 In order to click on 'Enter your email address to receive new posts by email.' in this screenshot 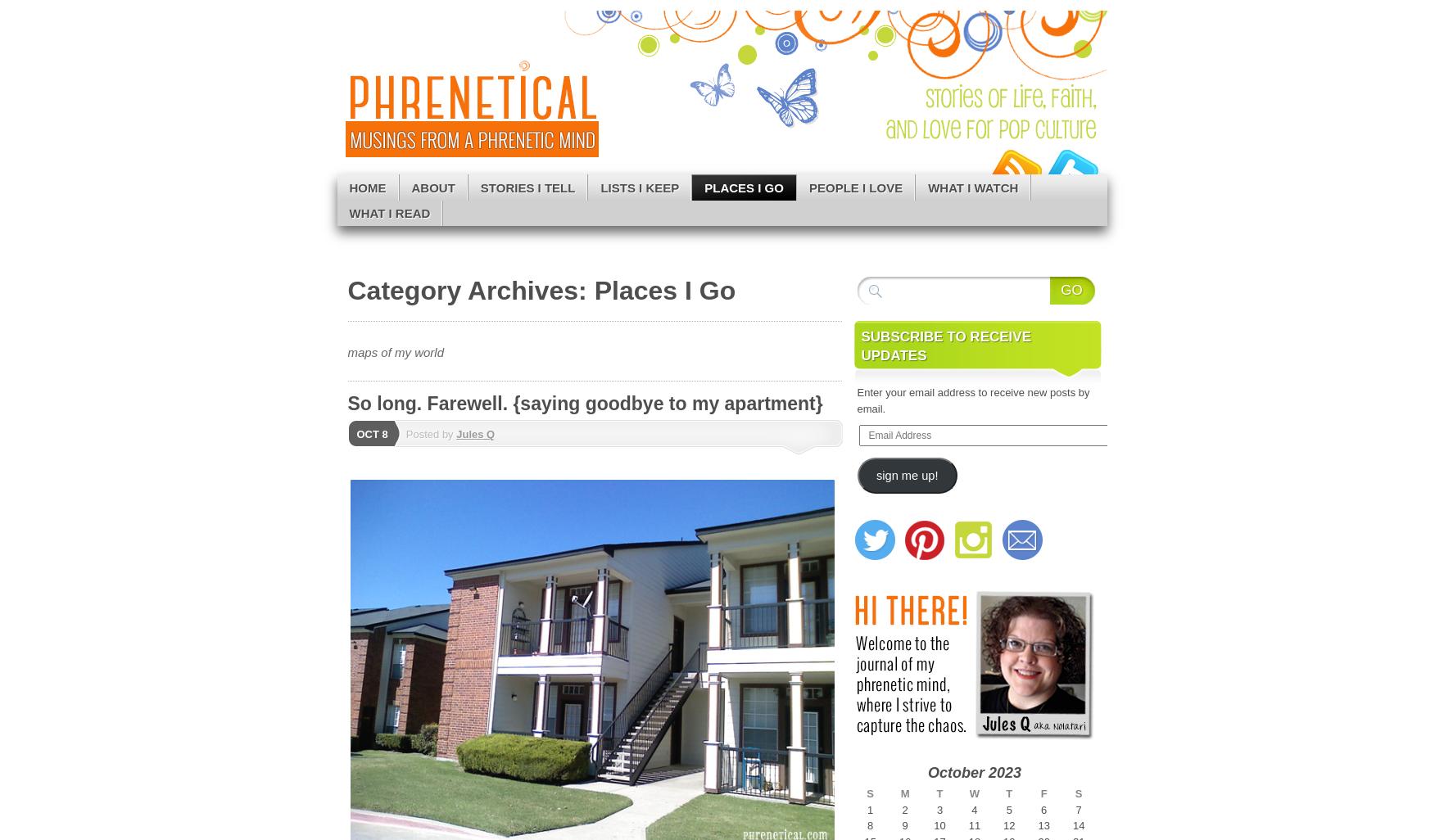, I will do `click(972, 399)`.